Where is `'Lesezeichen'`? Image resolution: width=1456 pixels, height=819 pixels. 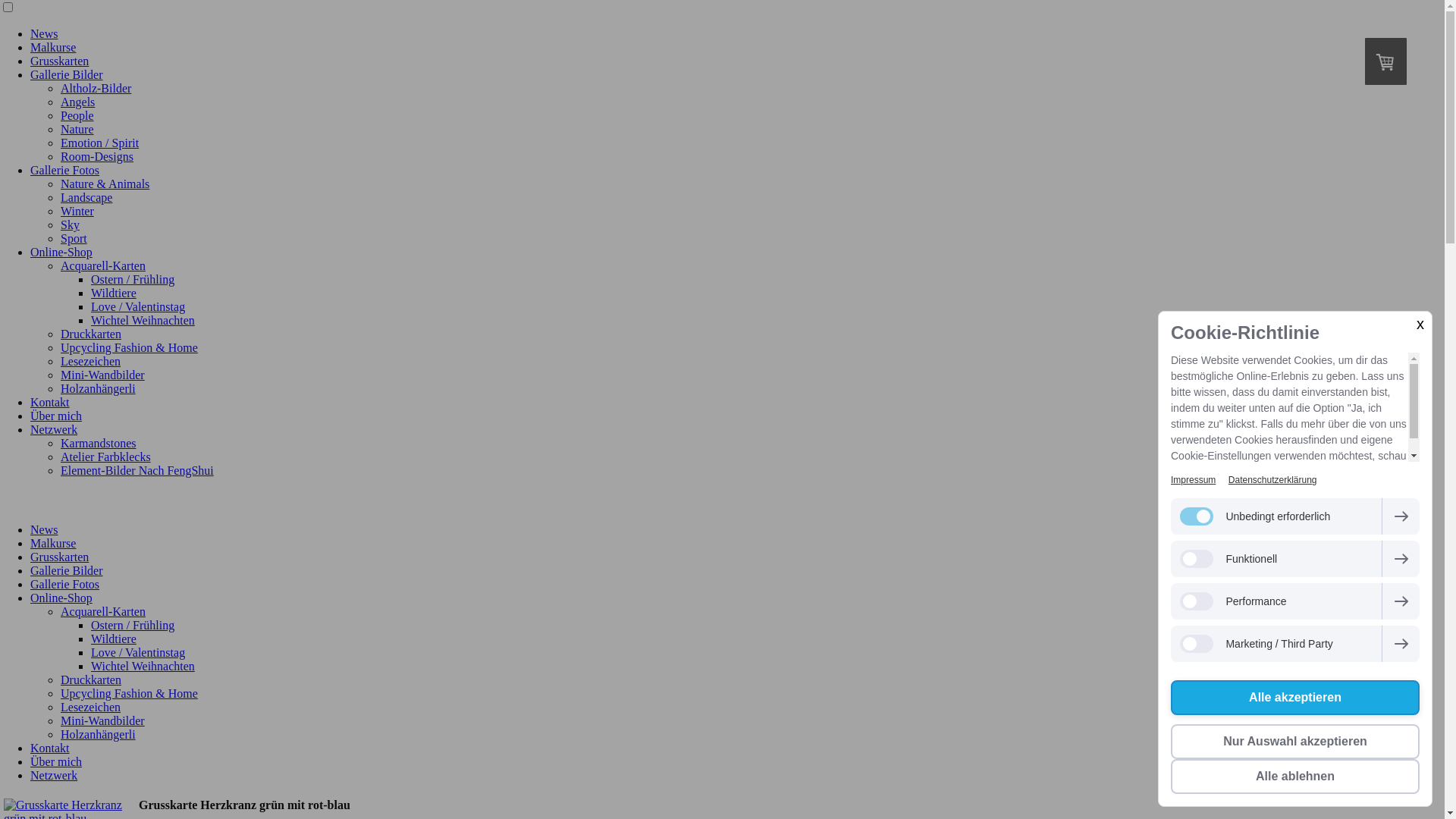
'Lesezeichen' is located at coordinates (89, 707).